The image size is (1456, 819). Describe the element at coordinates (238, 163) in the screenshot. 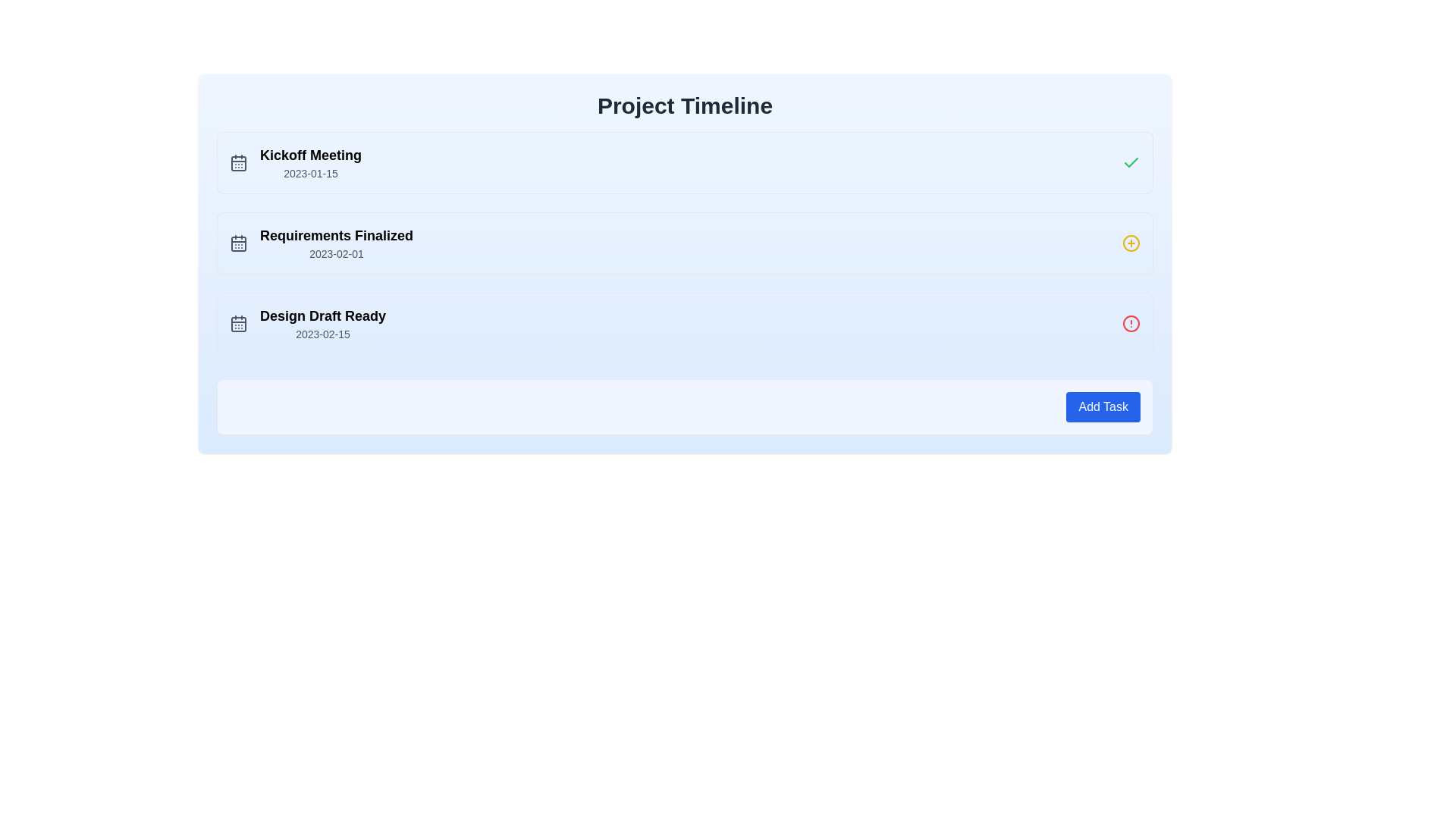

I see `the calendar icon located to the left of the 'Kickoff Meeting' title text in the 'Project Timeline' section` at that location.